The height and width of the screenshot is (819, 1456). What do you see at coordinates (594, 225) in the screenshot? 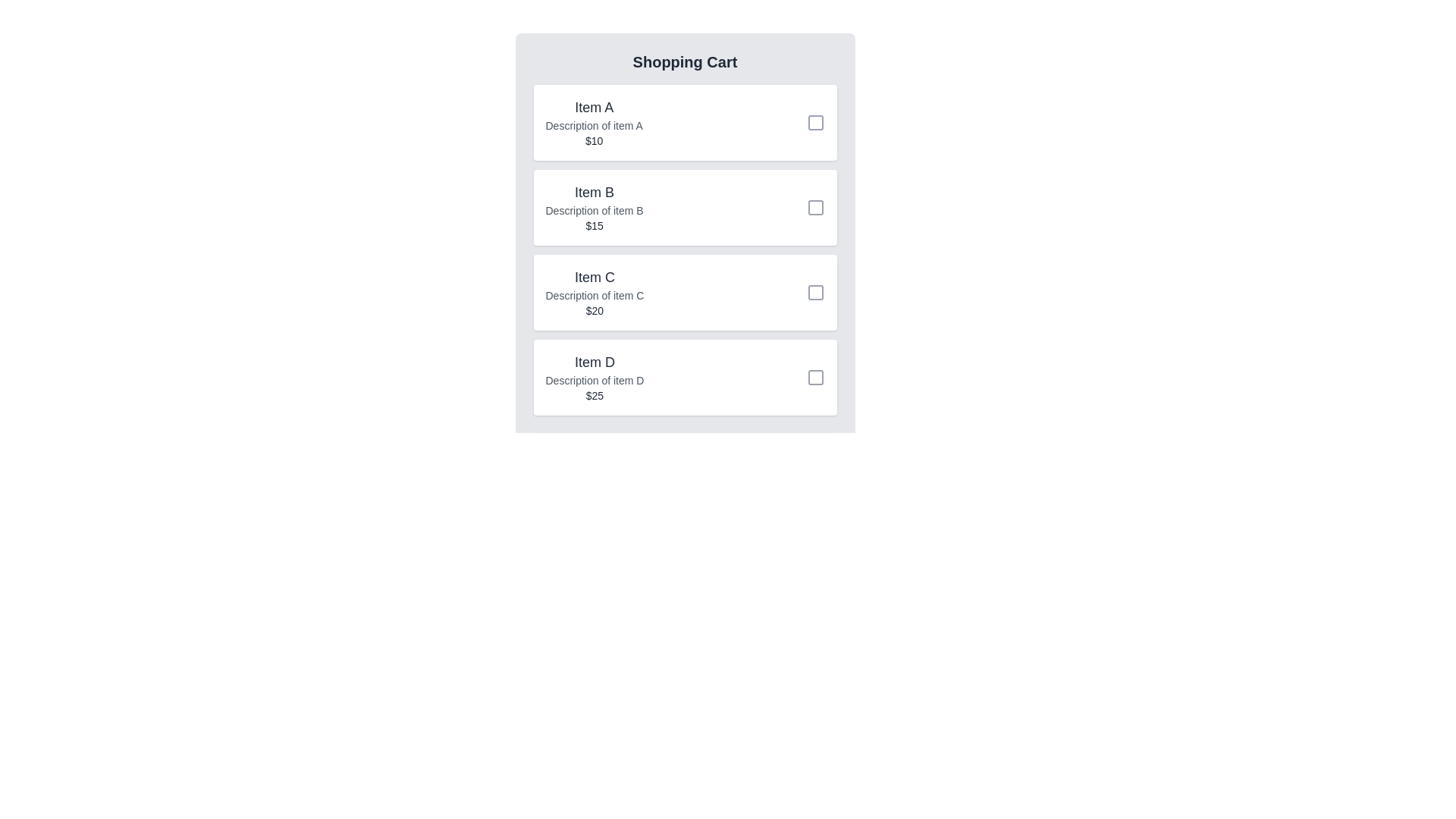
I see `the static text label displaying the price '$15', located below the description of 'Item B' and above the checkbox component` at bounding box center [594, 225].